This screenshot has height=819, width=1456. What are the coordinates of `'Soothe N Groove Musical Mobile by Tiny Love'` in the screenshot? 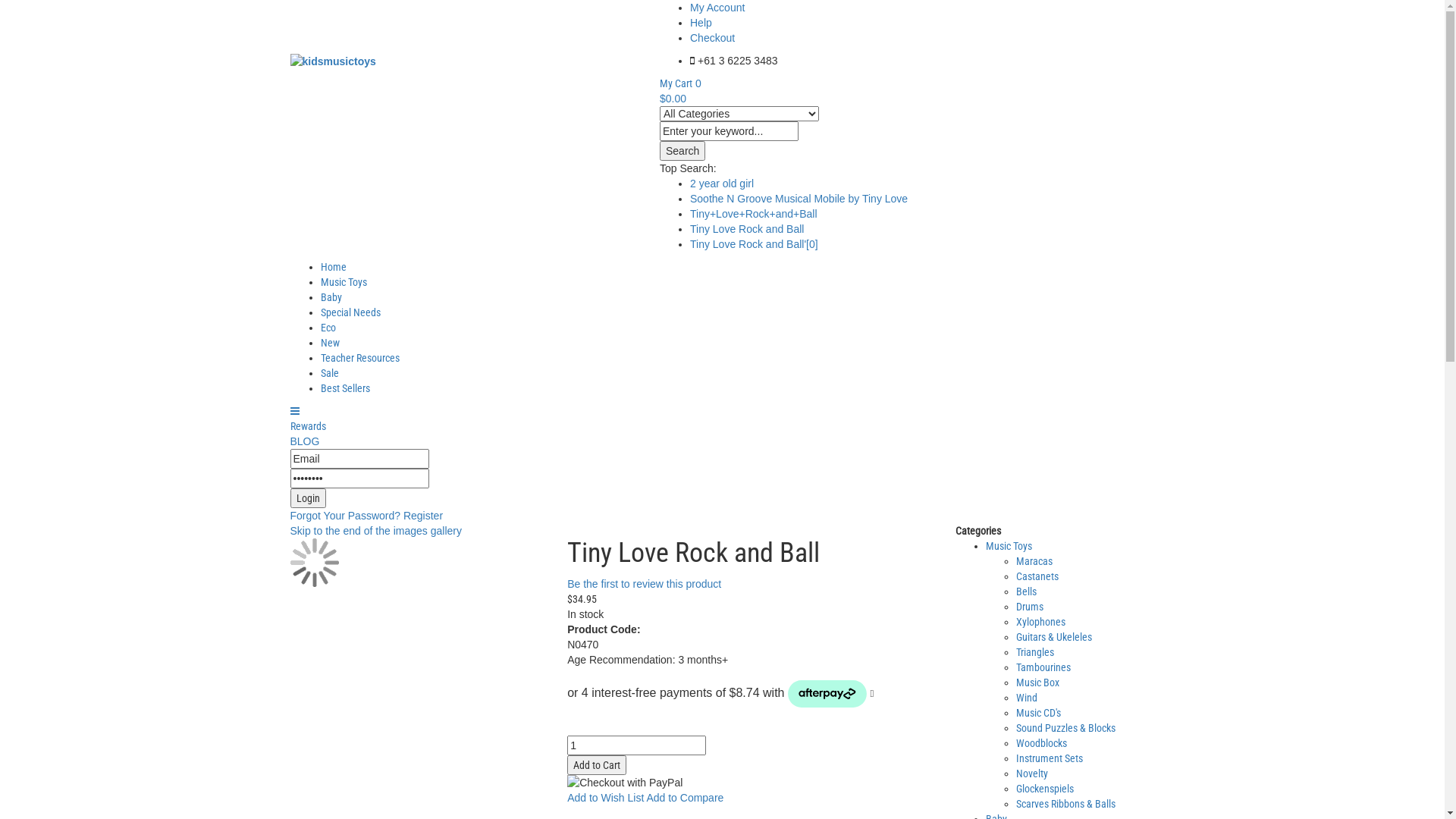 It's located at (798, 198).